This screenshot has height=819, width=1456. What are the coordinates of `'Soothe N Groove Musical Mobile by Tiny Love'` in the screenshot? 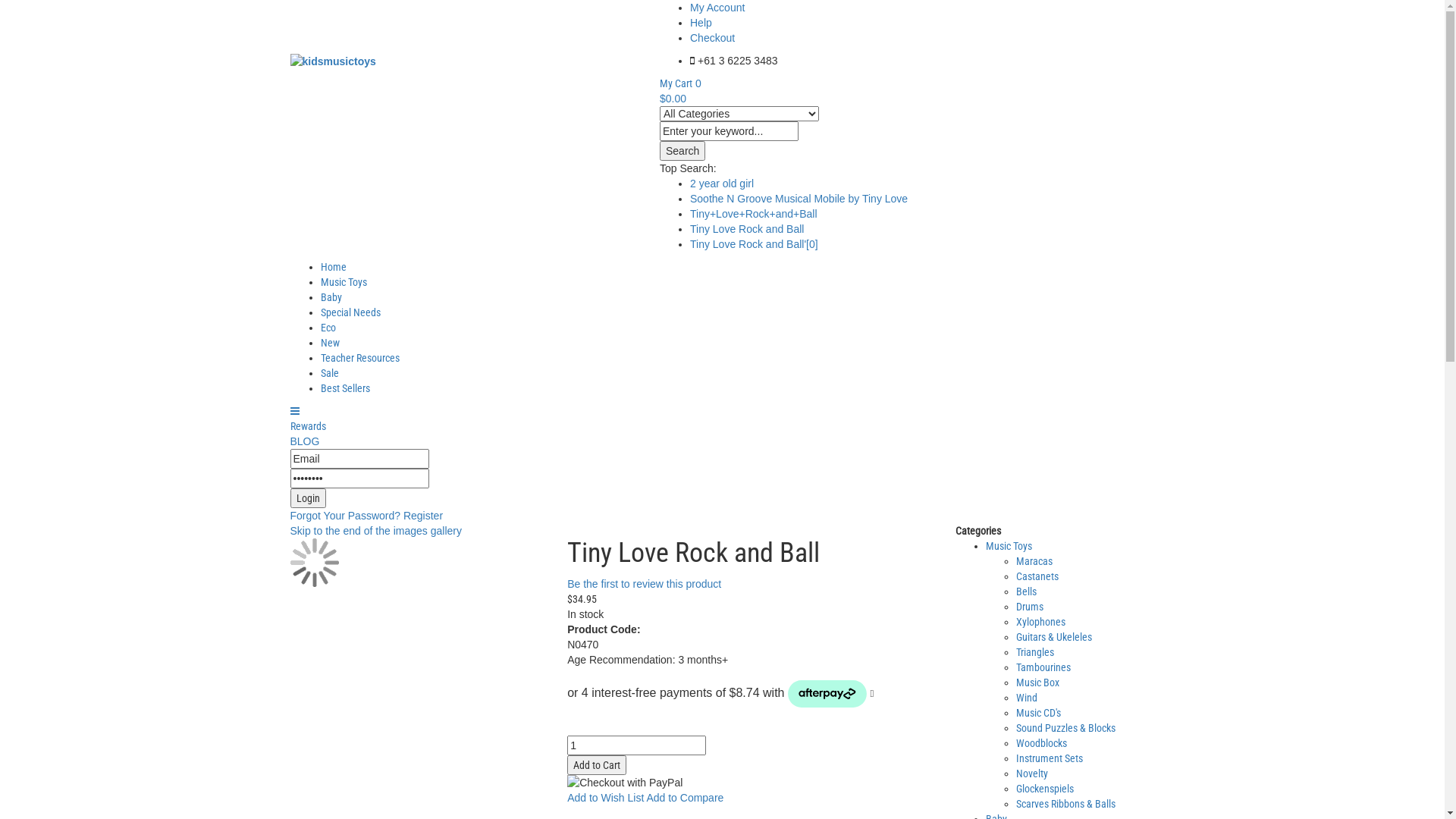 It's located at (798, 198).